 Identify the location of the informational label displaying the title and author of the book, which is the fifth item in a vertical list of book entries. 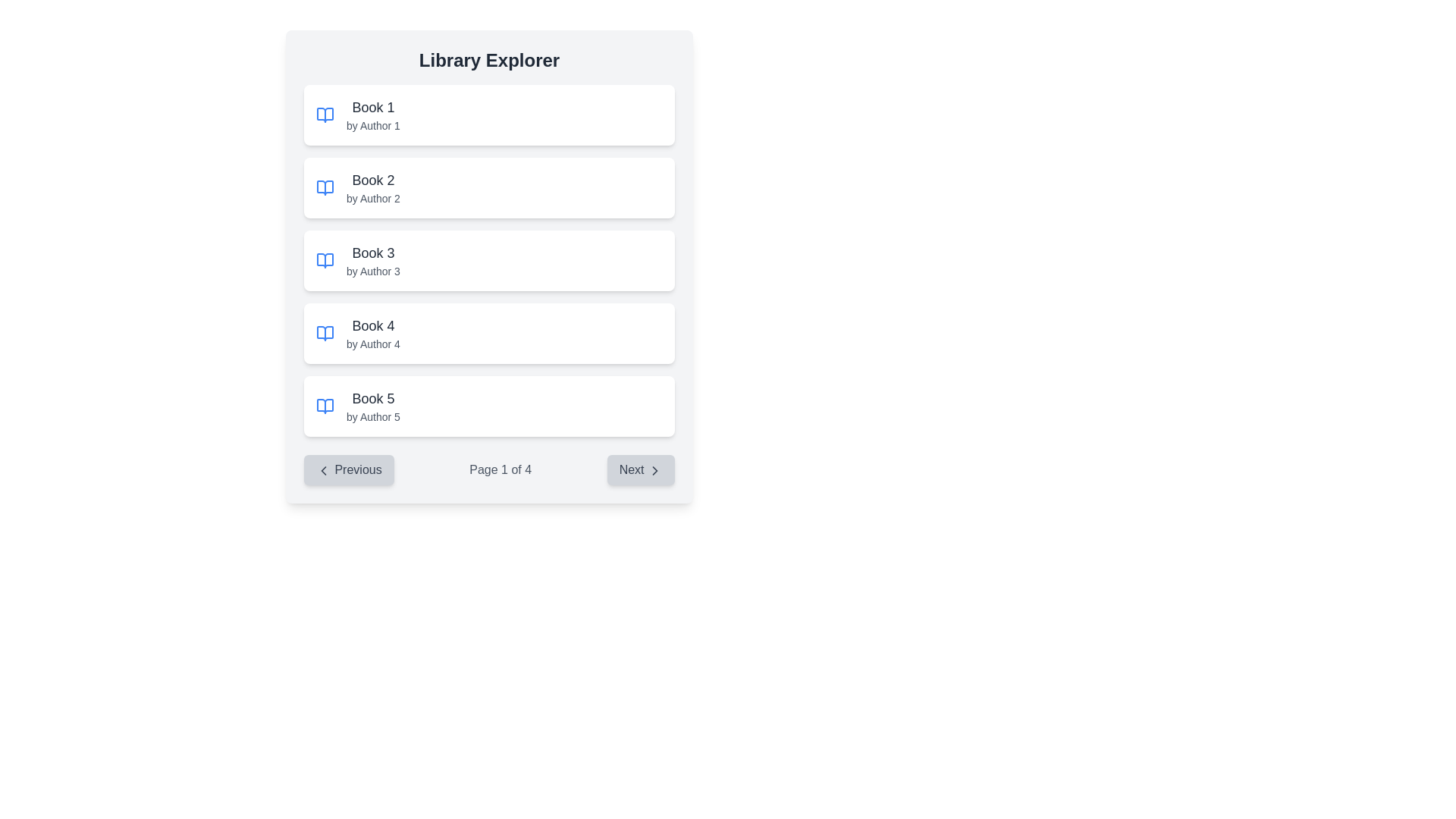
(373, 406).